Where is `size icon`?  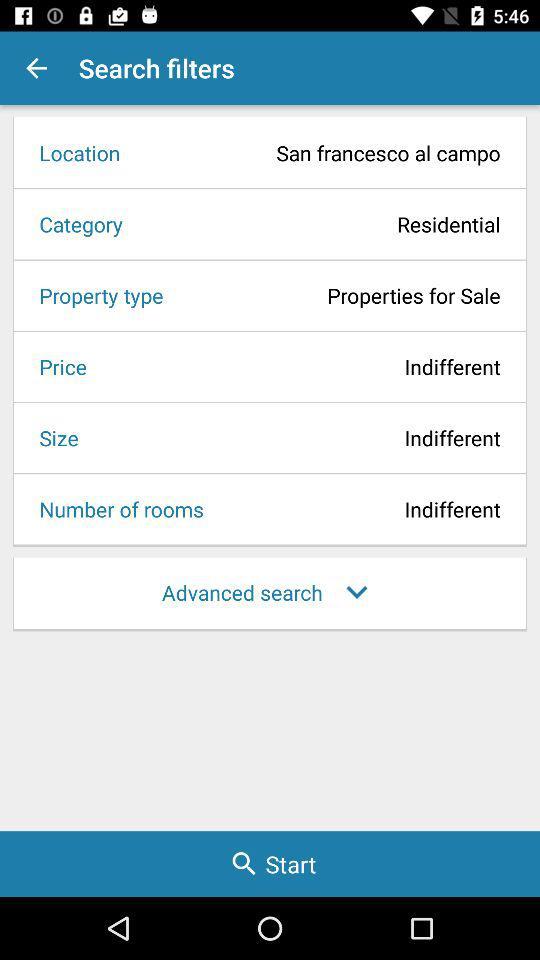
size icon is located at coordinates (52, 437).